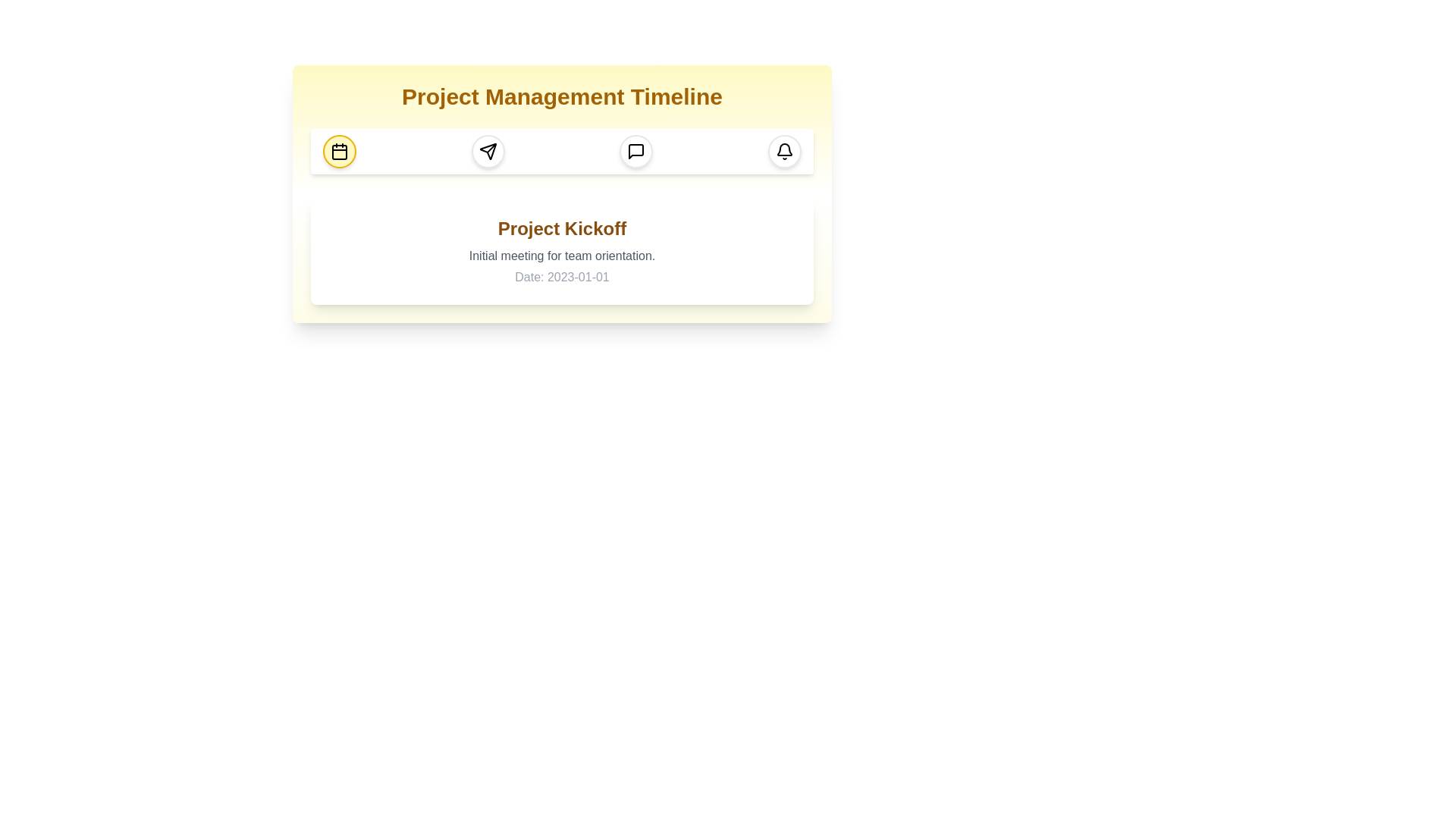  I want to click on the text element displaying 'Project Kickoff', which is a large, bold, yellow heading positioned centrally above the descriptive text and date, so click(561, 228).